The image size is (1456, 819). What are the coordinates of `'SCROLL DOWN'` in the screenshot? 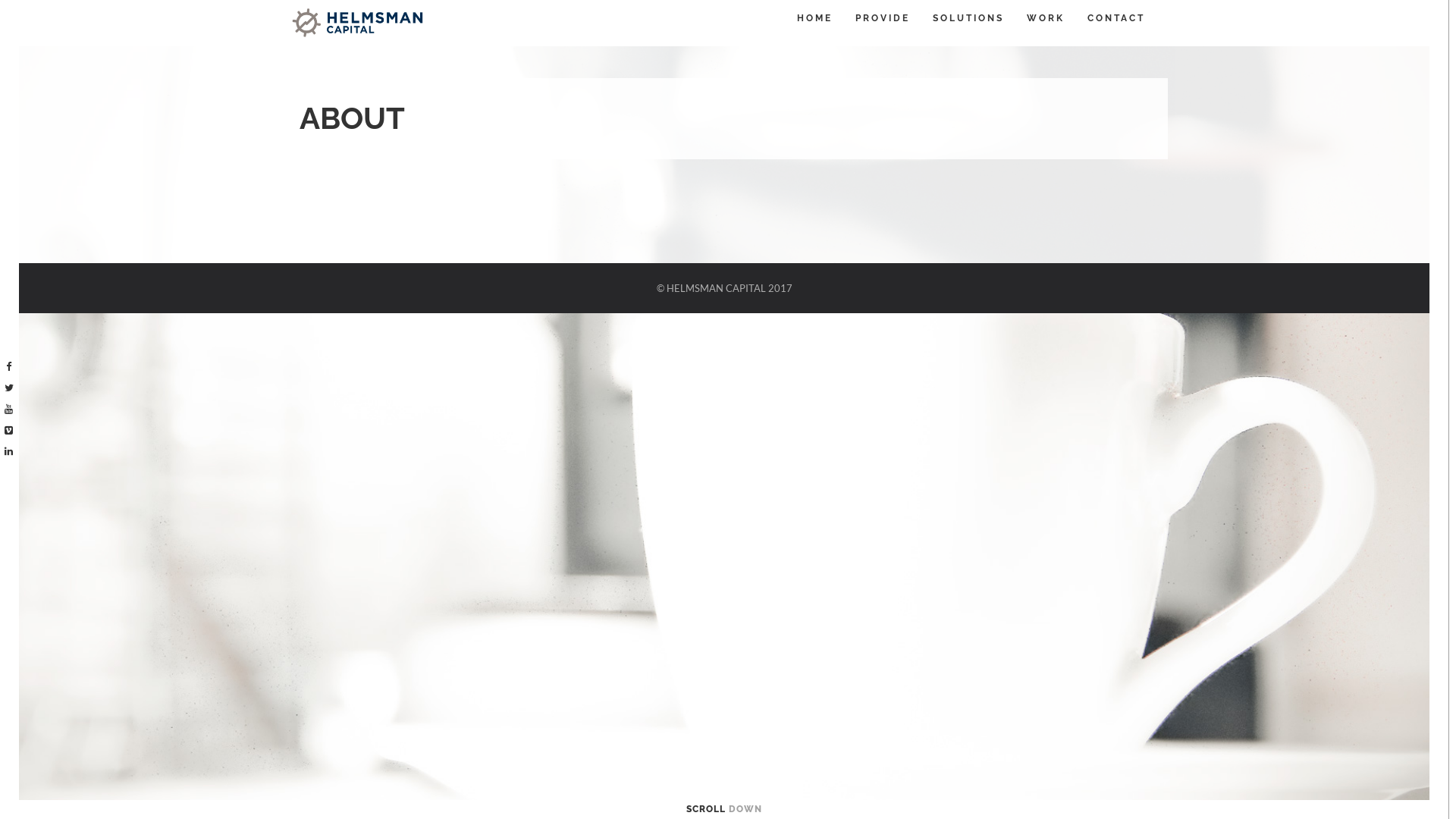 It's located at (686, 808).